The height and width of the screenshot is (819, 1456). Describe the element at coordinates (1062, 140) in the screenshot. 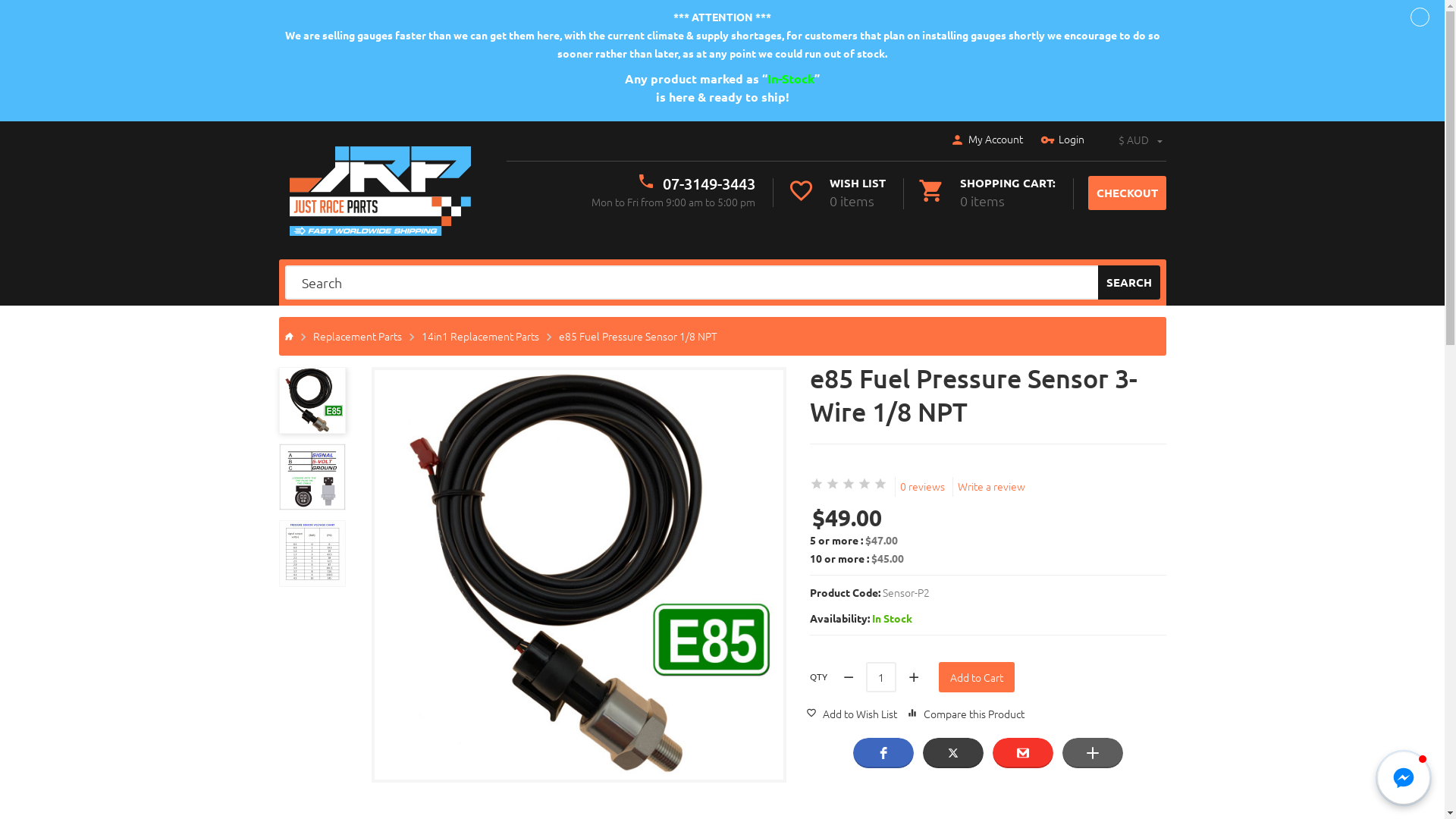

I see `'Login'` at that location.